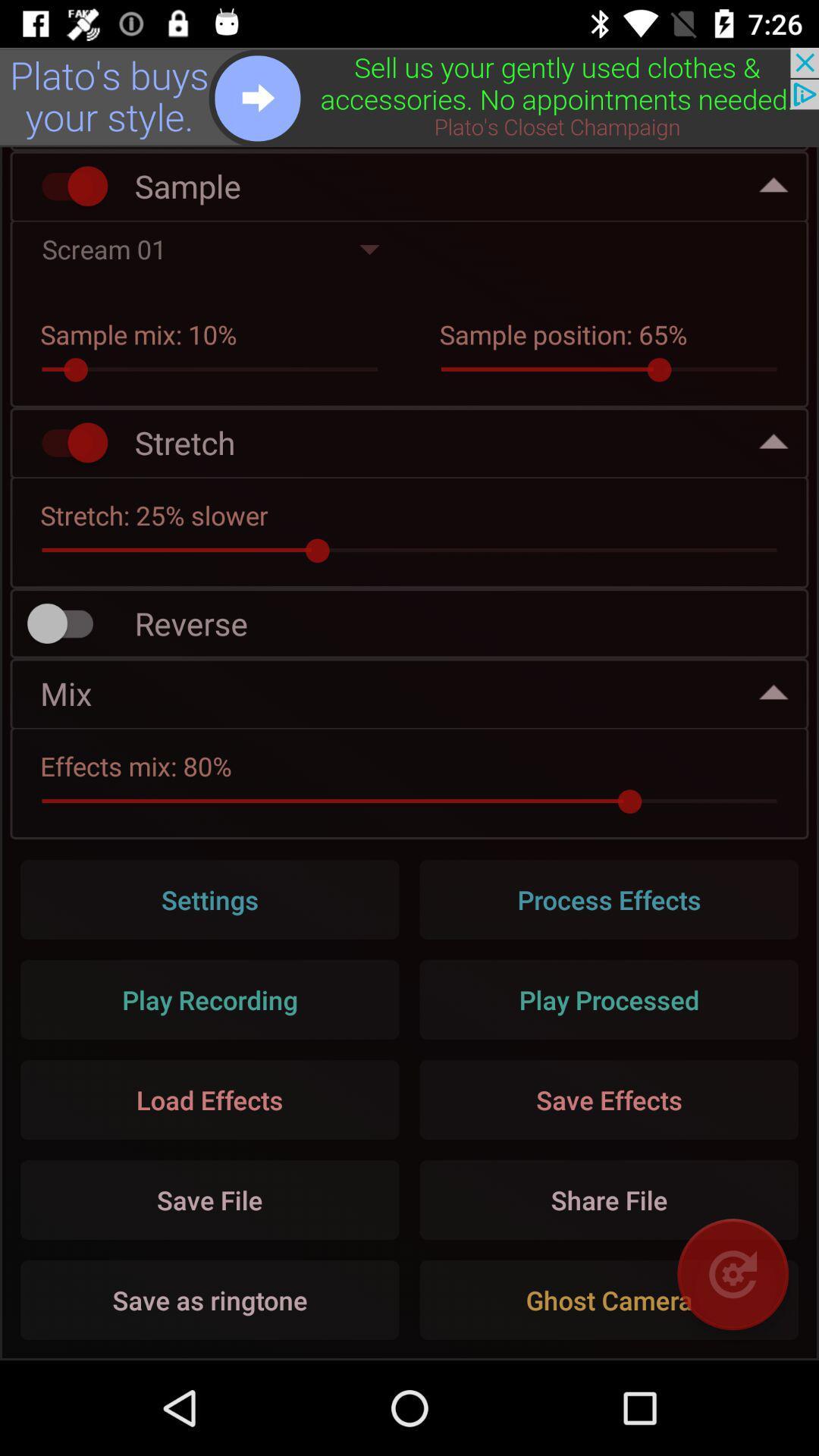 The height and width of the screenshot is (1456, 819). Describe the element at coordinates (409, 96) in the screenshot. I see `visit advertisement` at that location.